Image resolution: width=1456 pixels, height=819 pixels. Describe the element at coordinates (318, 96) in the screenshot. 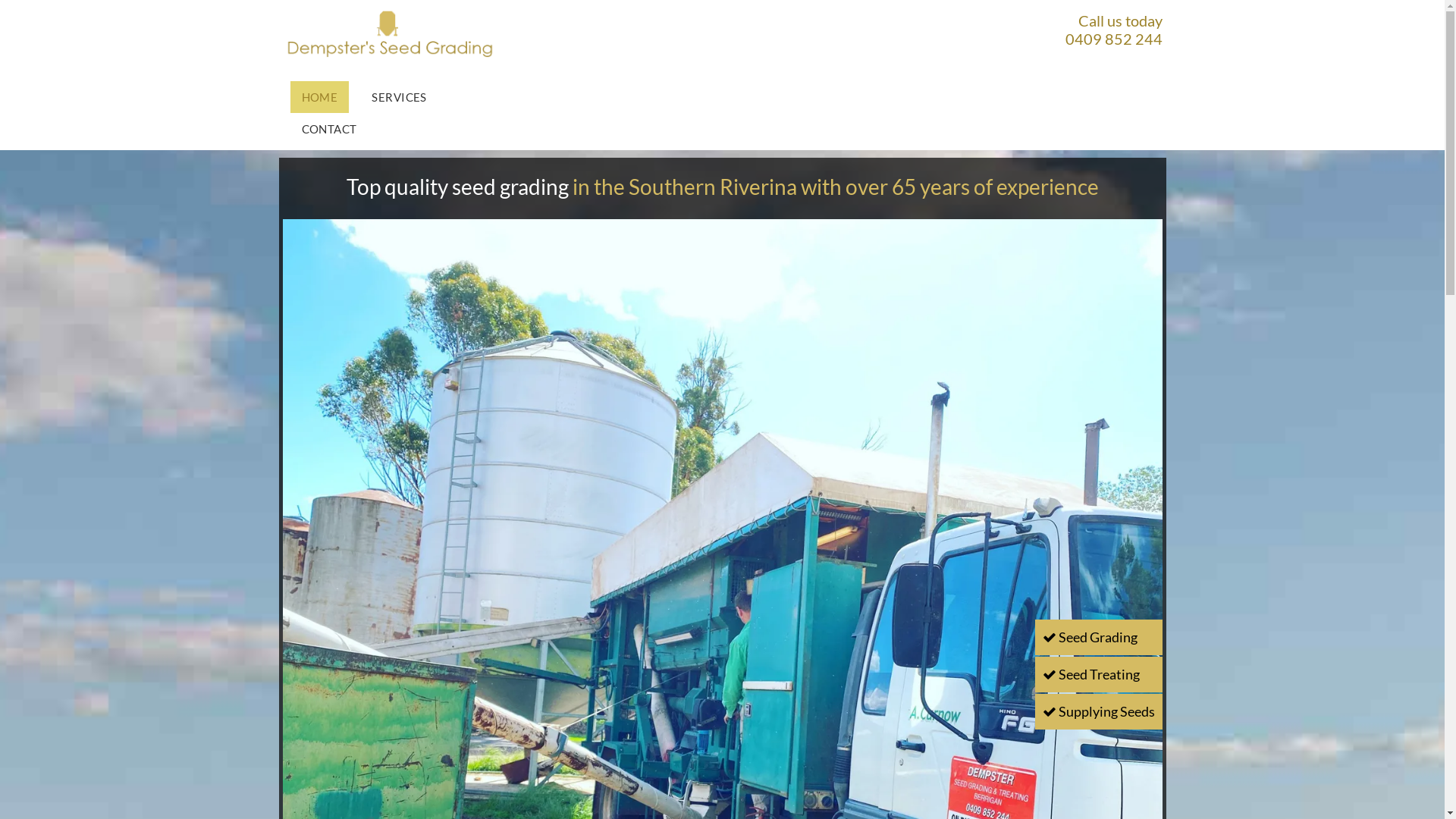

I see `'HOME'` at that location.